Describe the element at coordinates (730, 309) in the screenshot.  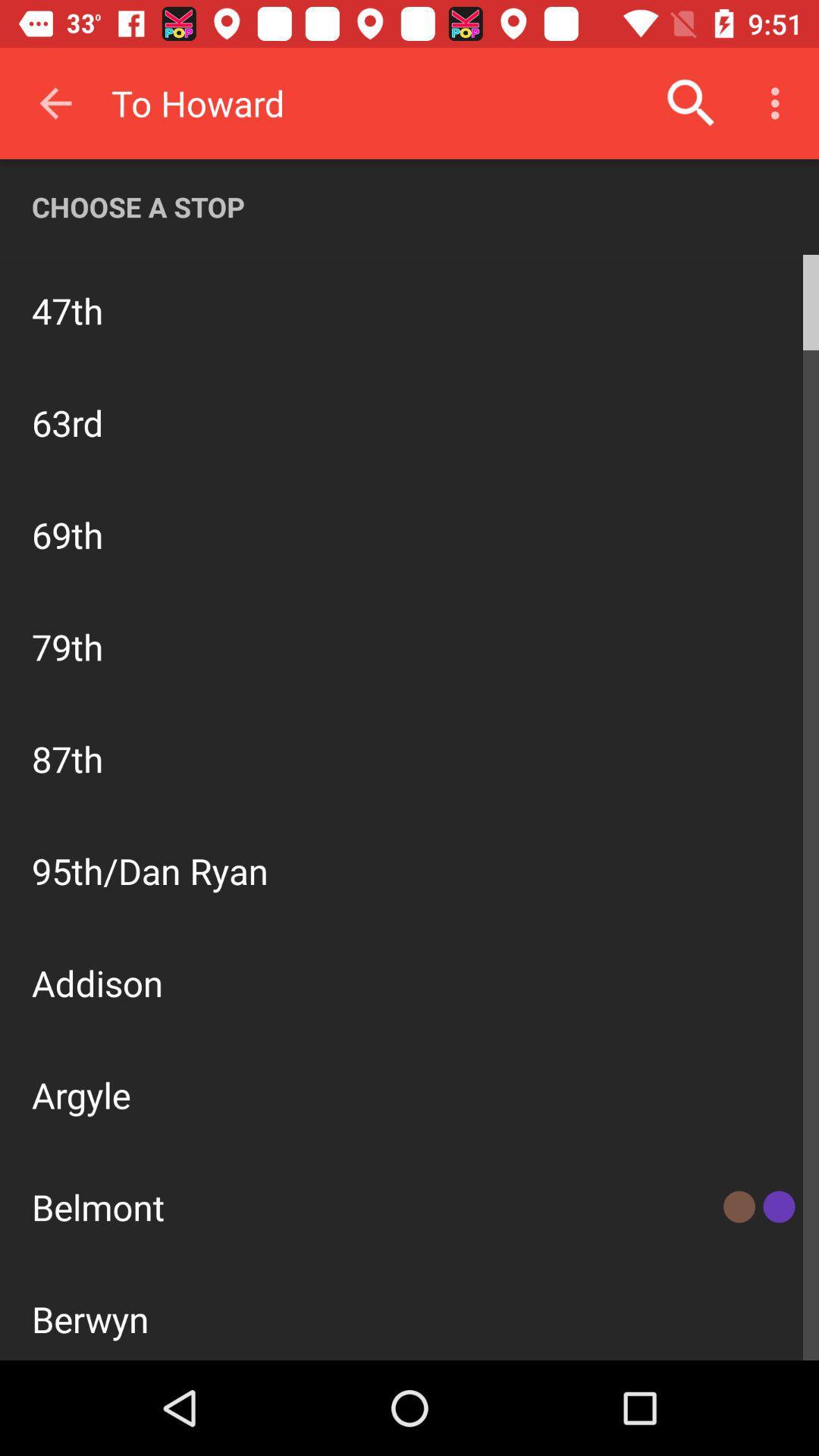
I see `stop` at that location.